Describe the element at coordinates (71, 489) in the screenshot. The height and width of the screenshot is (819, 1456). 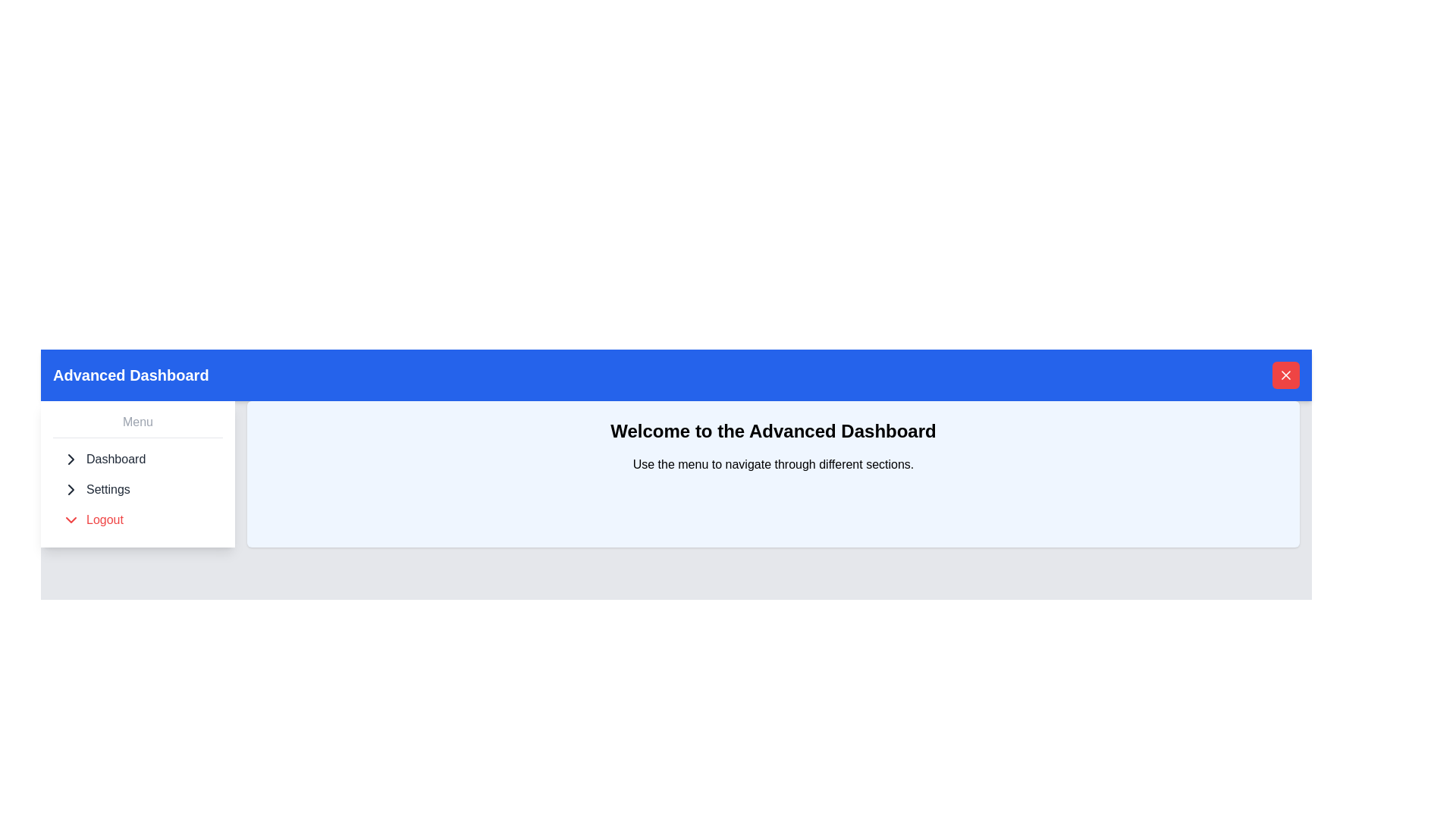
I see `the rightward-pointing chevron icon located next to the 'Settings' text in the side navigation panel to interact with or expand it` at that location.